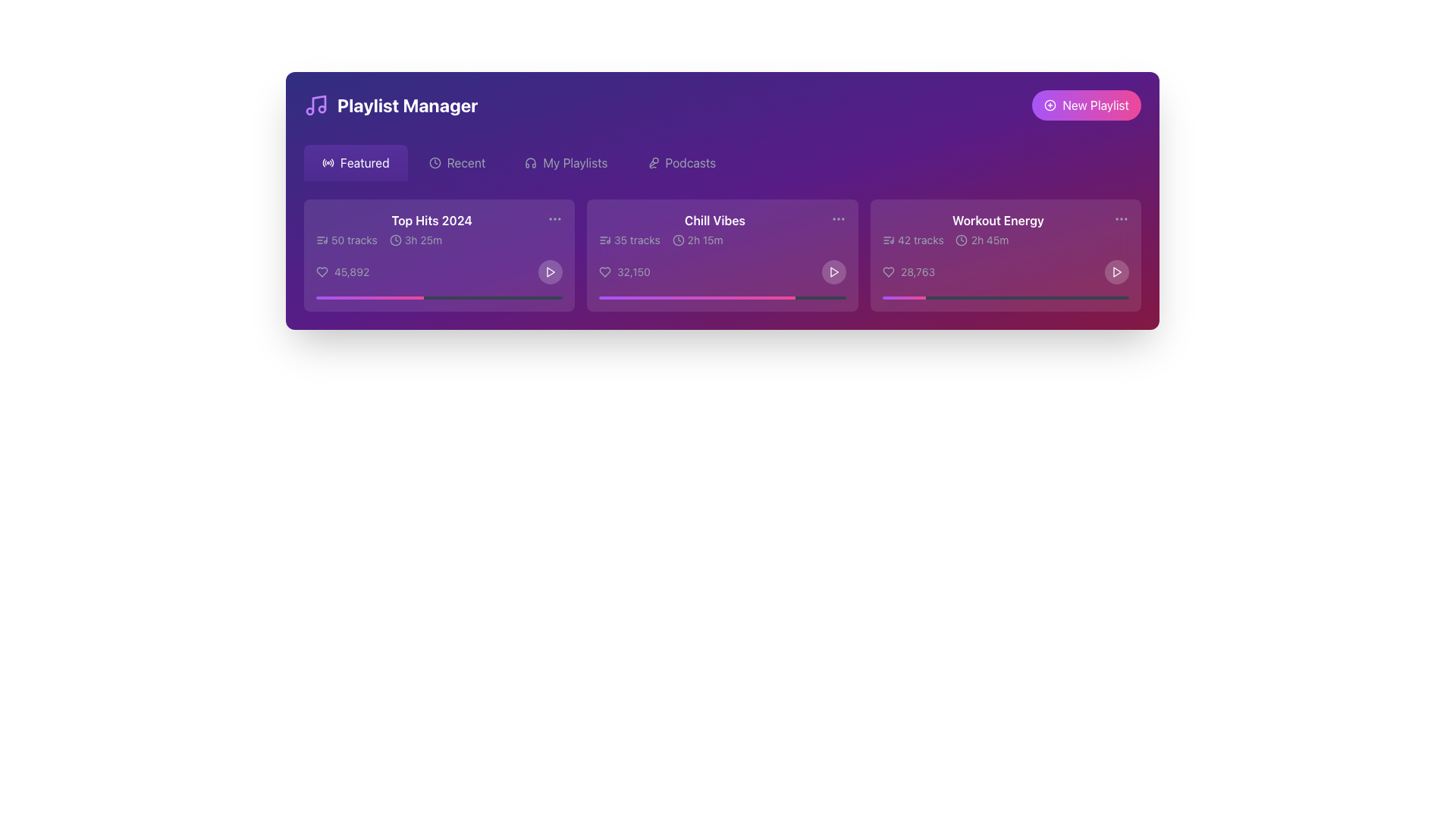 Image resolution: width=1456 pixels, height=819 pixels. Describe the element at coordinates (550, 271) in the screenshot. I see `the play button associated with the 'Top Hits 2024' playlist` at that location.